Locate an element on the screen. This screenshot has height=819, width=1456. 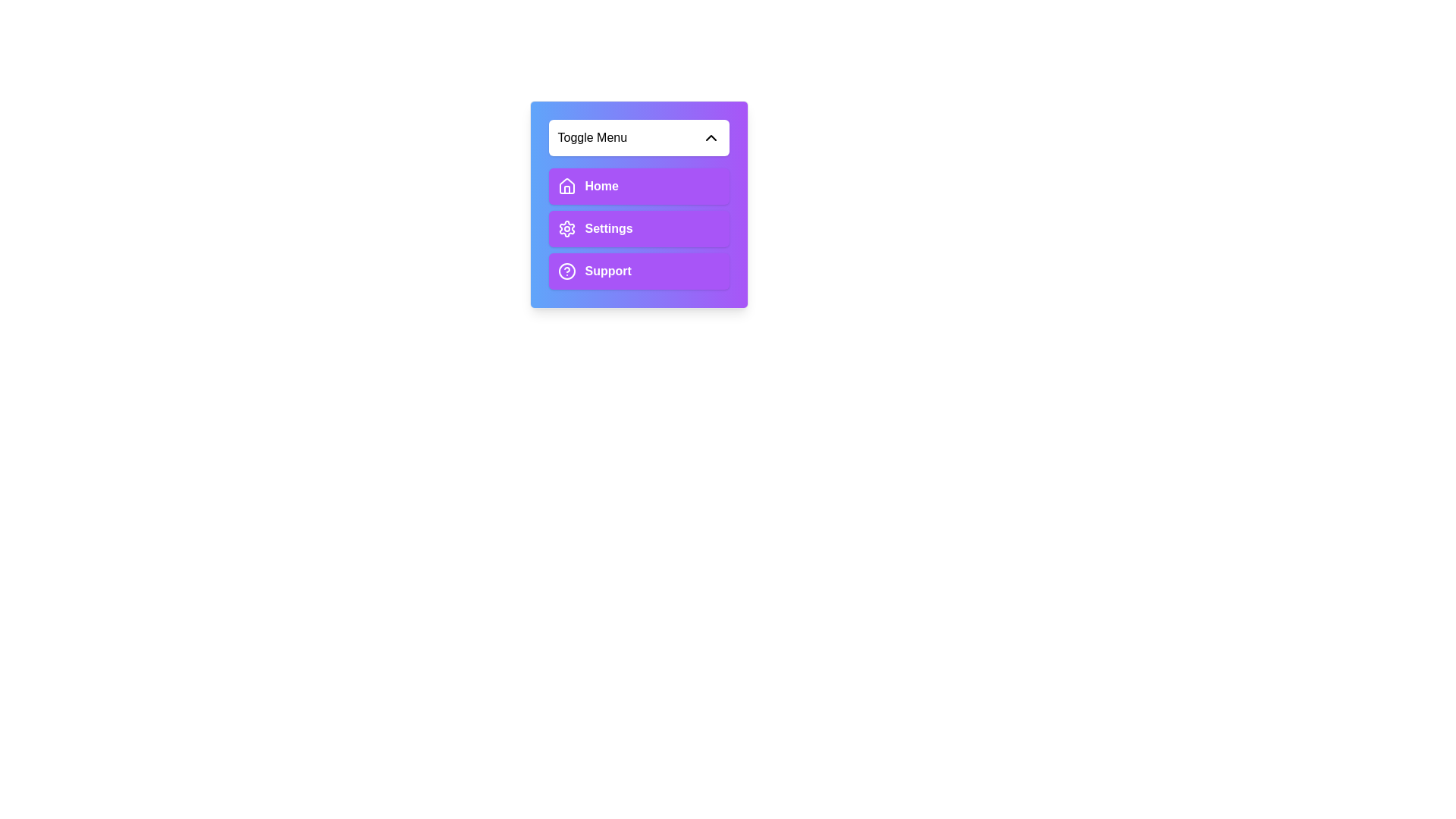
the cog-shaped settings icon within the 'Settings' button, which is the second option in the vertical menu is located at coordinates (566, 228).